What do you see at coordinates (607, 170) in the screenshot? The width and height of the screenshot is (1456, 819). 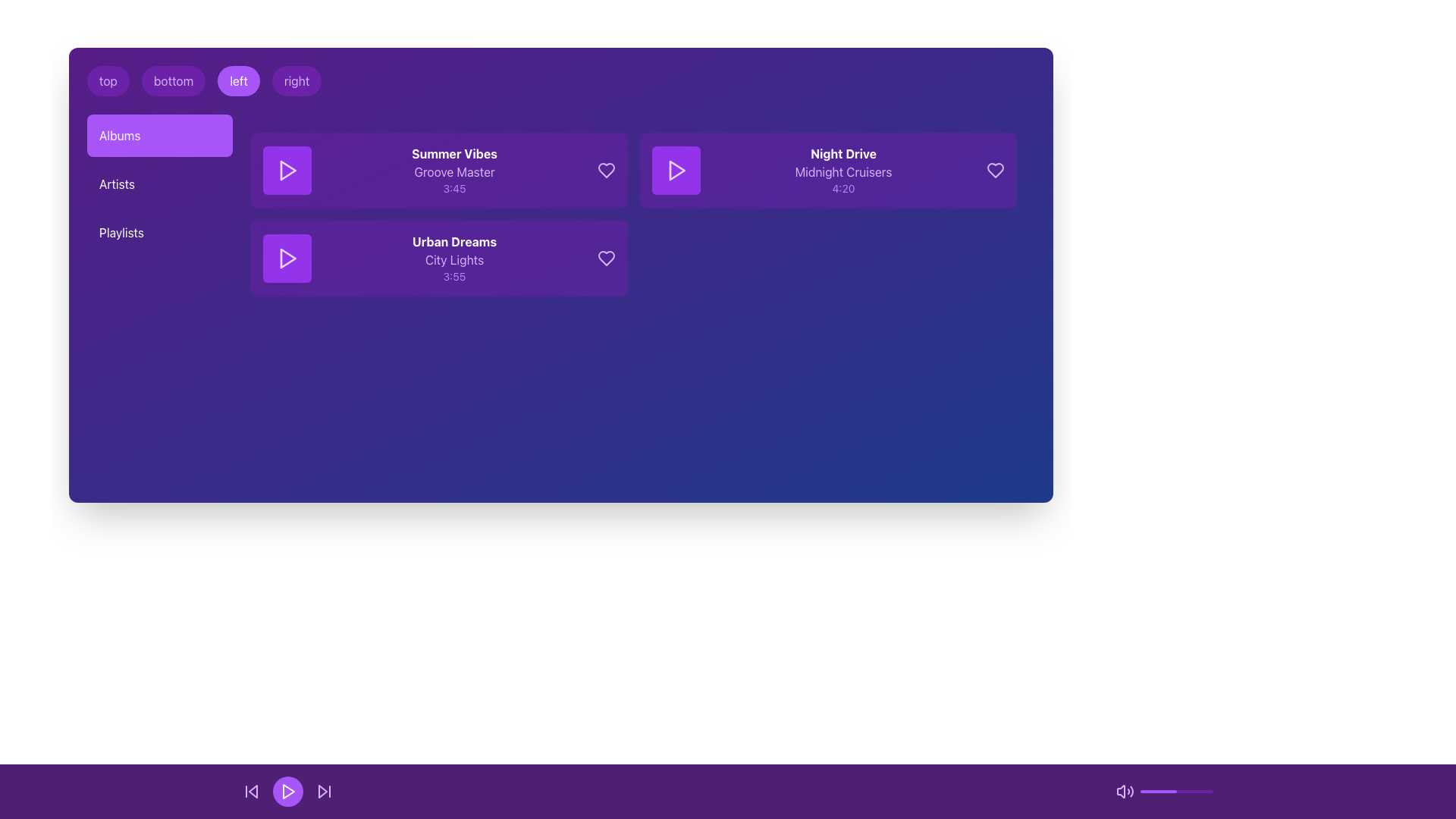 I see `the heart icon` at bounding box center [607, 170].